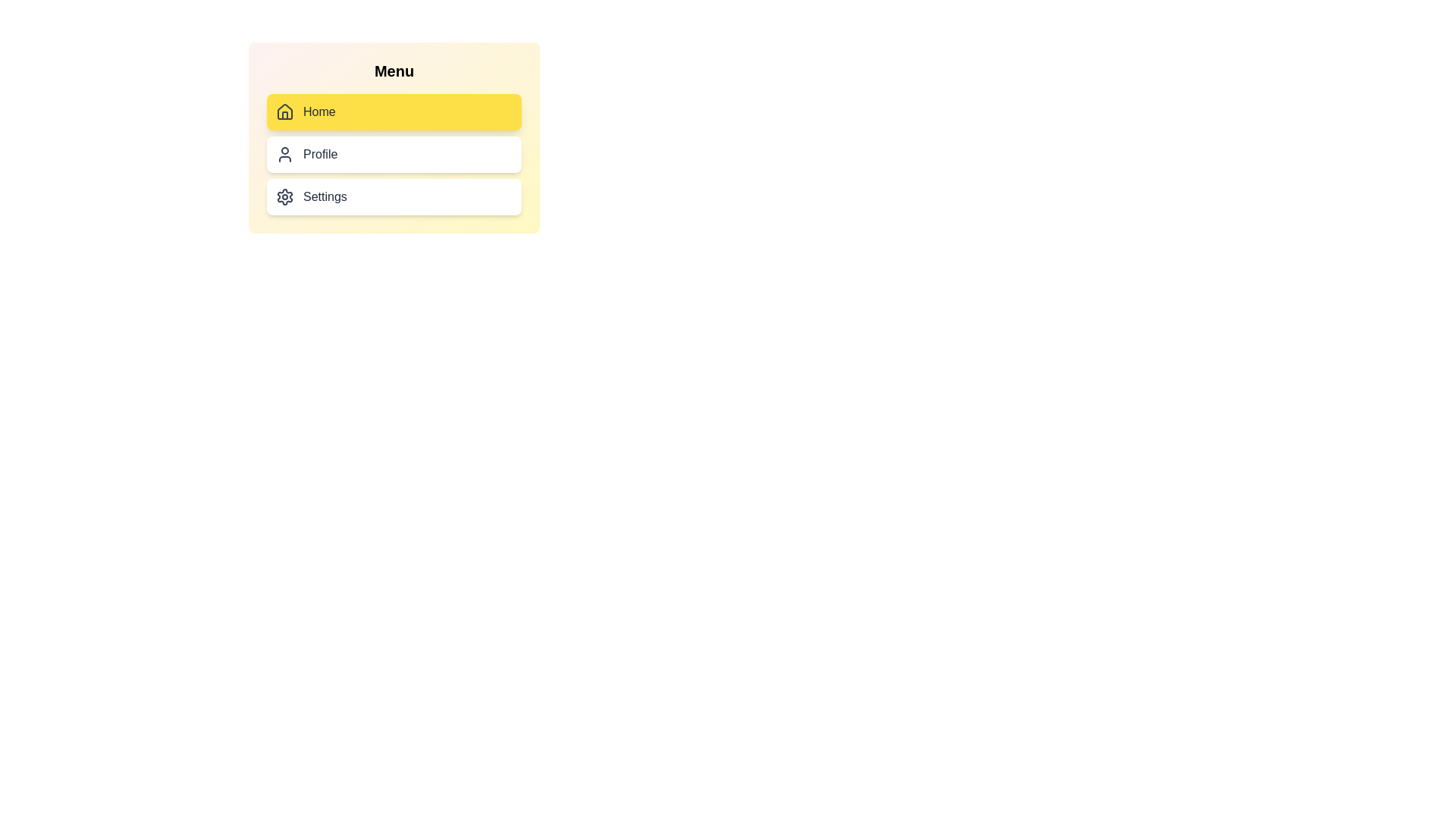 The image size is (1456, 819). What do you see at coordinates (394, 111) in the screenshot?
I see `the menu item Home` at bounding box center [394, 111].